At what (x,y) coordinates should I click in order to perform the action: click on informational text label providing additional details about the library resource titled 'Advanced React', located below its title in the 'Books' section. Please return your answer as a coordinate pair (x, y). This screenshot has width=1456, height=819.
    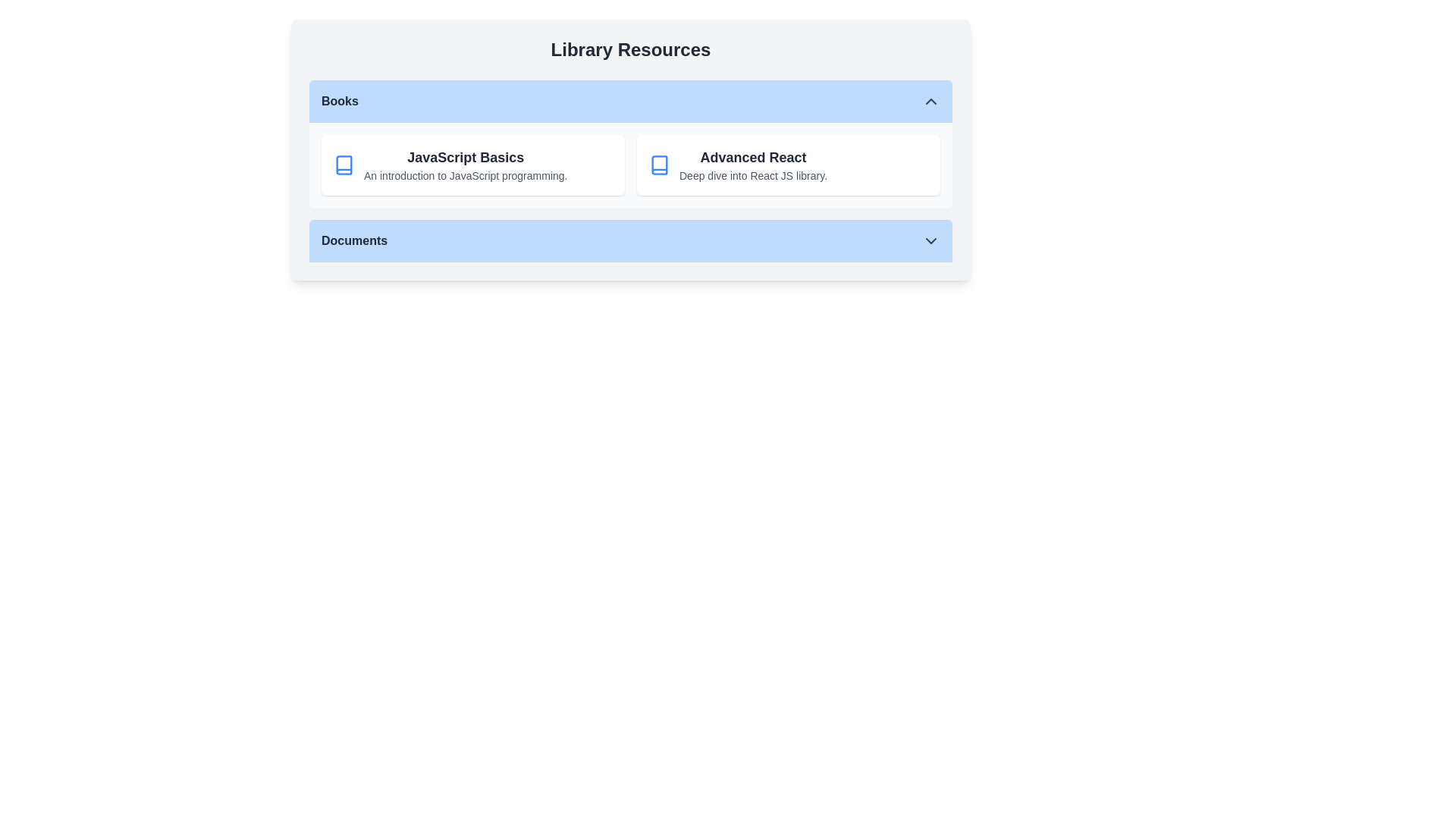
    Looking at the image, I should click on (753, 174).